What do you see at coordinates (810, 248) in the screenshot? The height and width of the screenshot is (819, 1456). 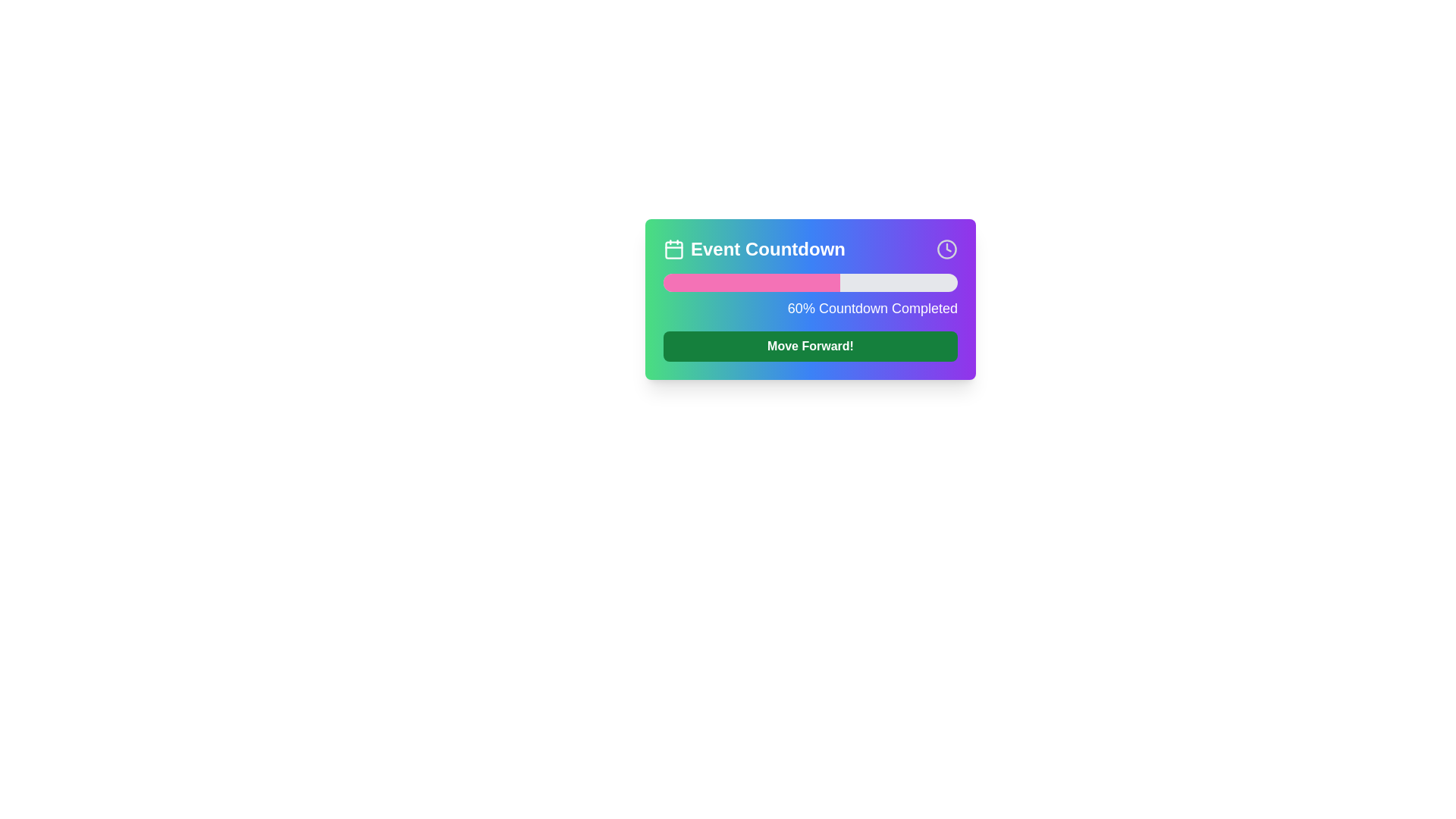 I see `the 'Event Countdown' text in the Section Header with Icons to interact with the adjacent calendar and clock icons` at bounding box center [810, 248].